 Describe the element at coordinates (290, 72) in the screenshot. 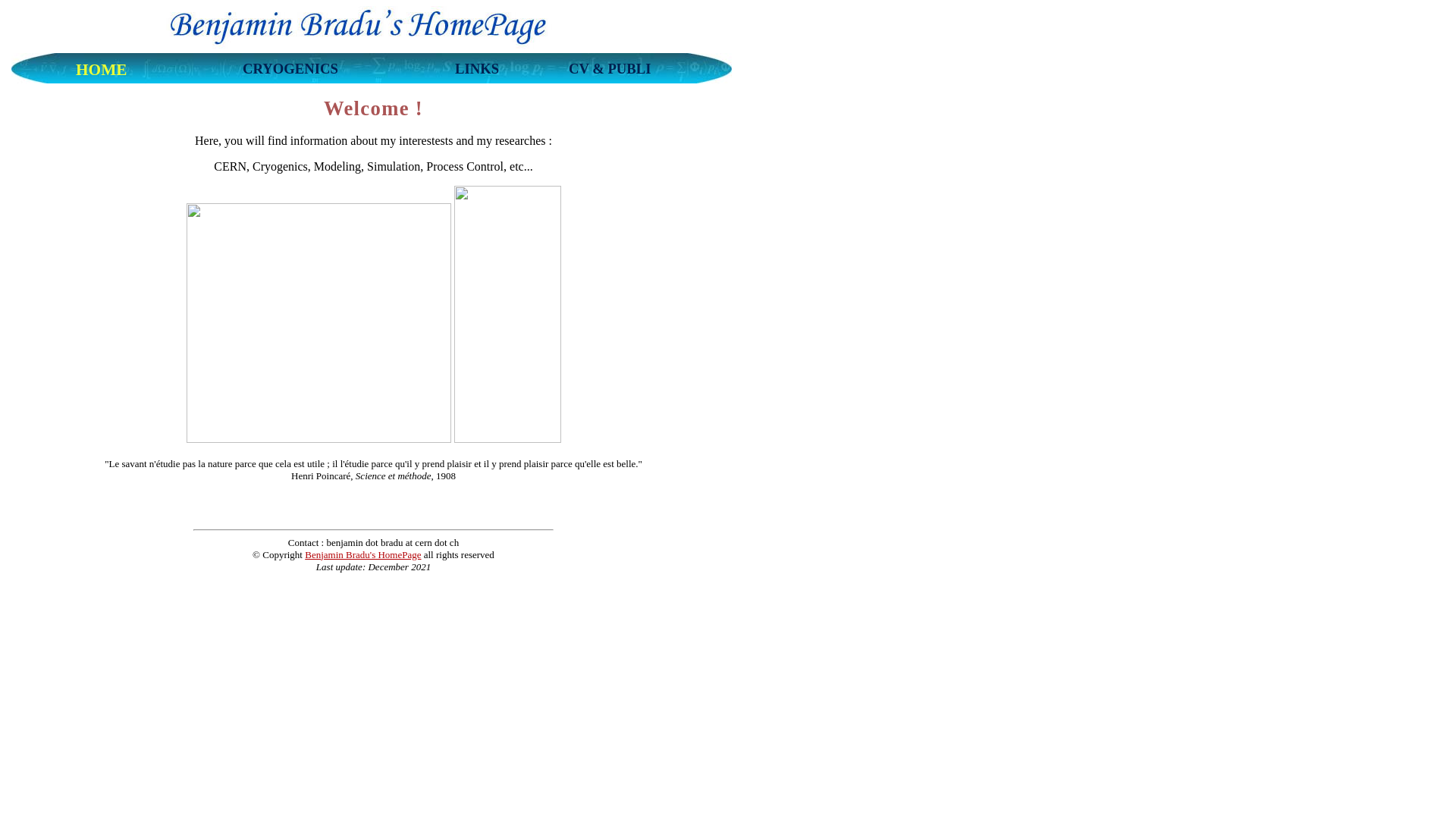

I see `'CRYOGENICS'` at that location.